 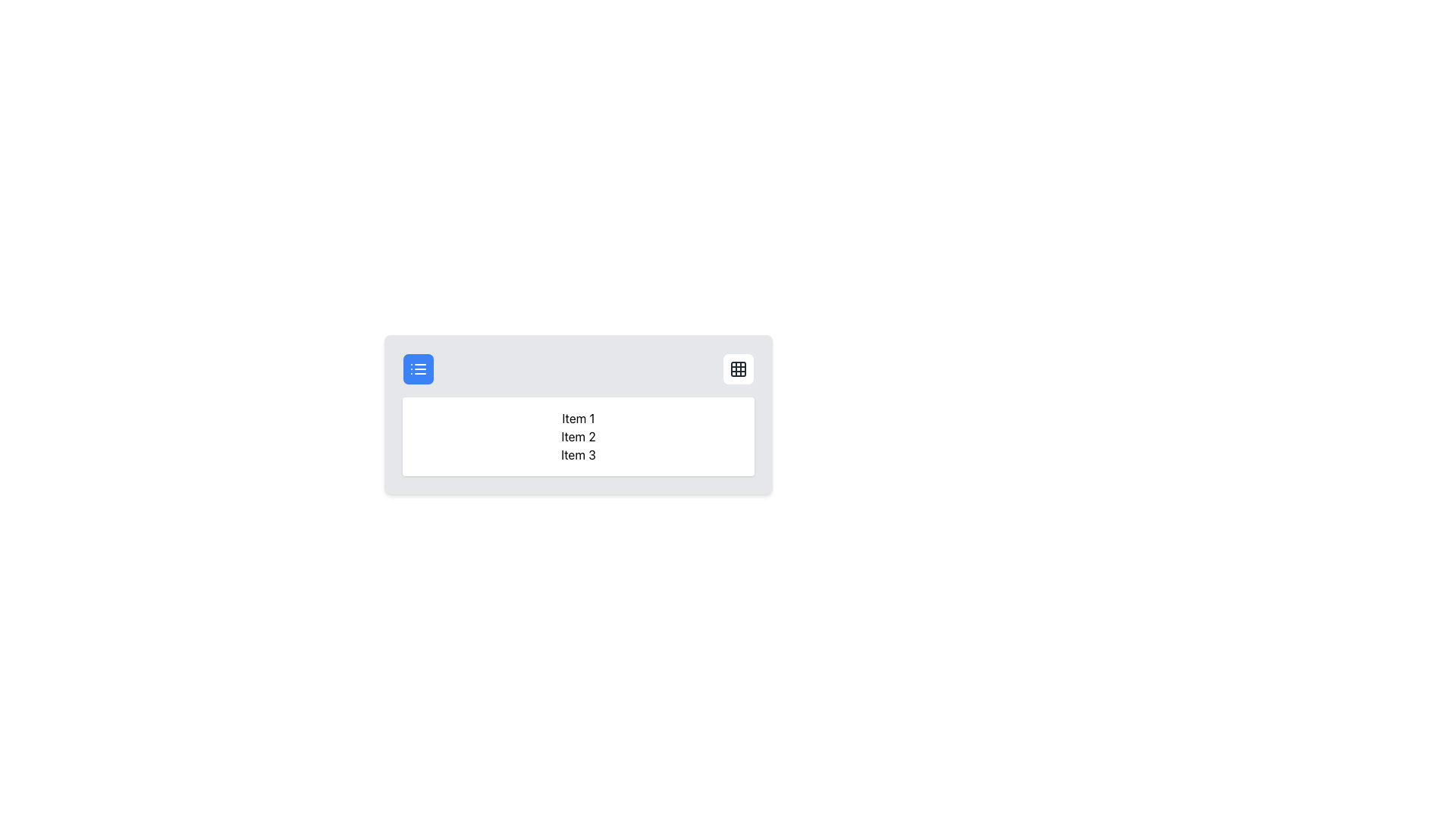 What do you see at coordinates (578, 418) in the screenshot?
I see `the text label displaying 'Item 1', which is the first item in a vertically stacked list of three items` at bounding box center [578, 418].